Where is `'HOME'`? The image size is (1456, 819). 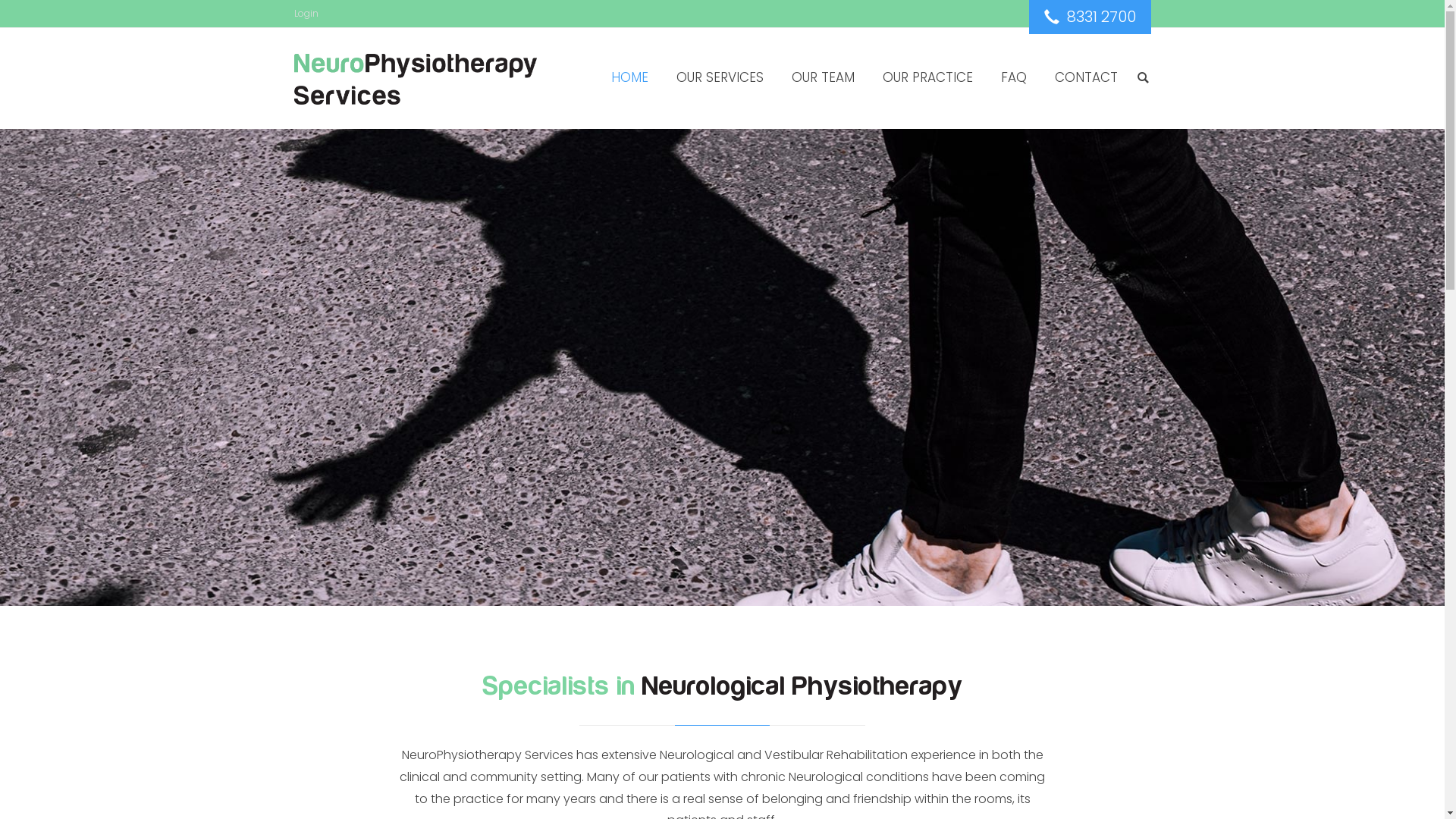
'HOME' is located at coordinates (596, 77).